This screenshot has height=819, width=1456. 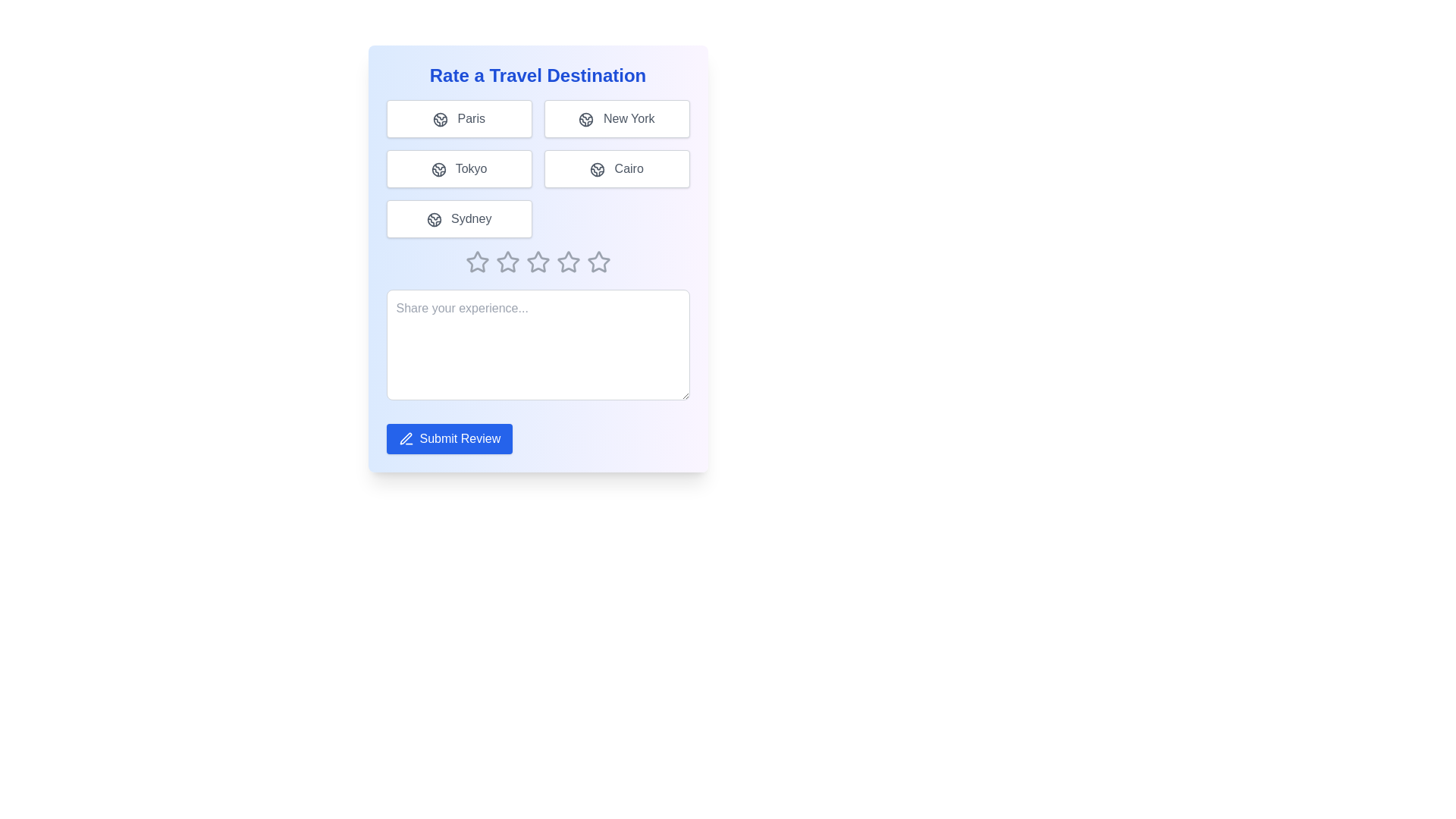 What do you see at coordinates (567, 261) in the screenshot?
I see `the third star icon in a row of five star icons` at bounding box center [567, 261].